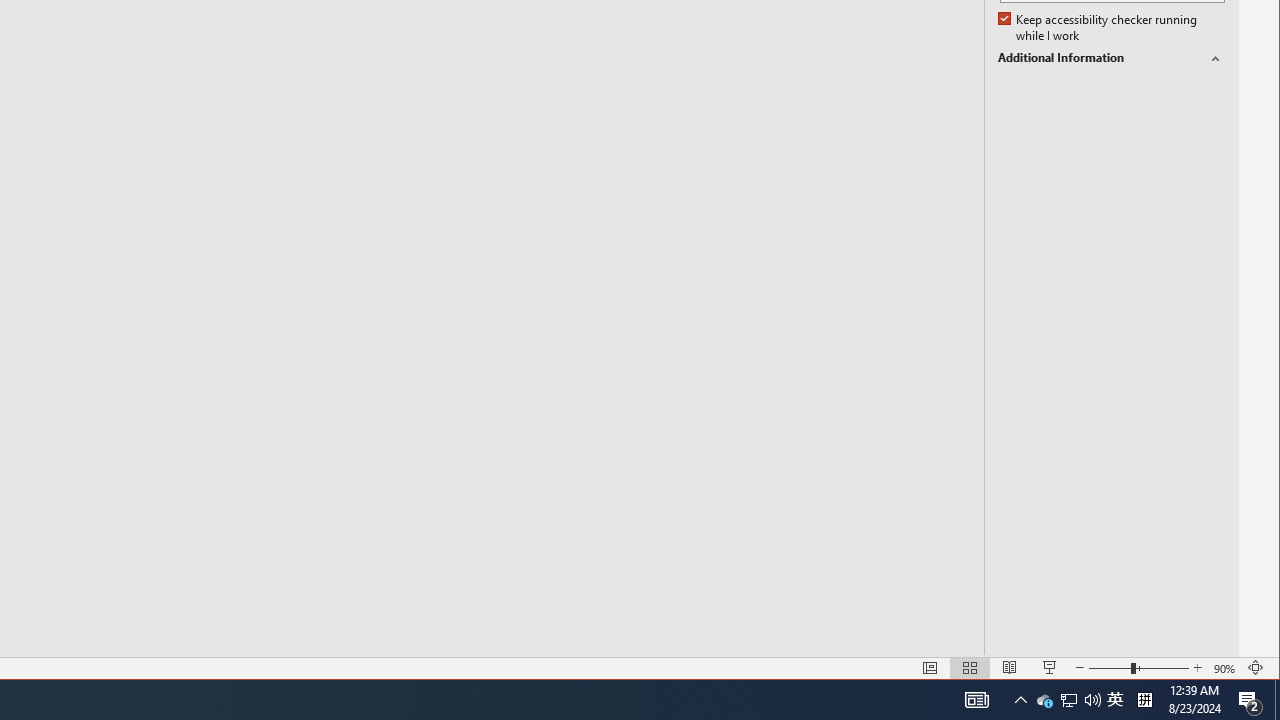 The height and width of the screenshot is (720, 1280). Describe the element at coordinates (1092, 698) in the screenshot. I see `'Q2790: 100%'` at that location.